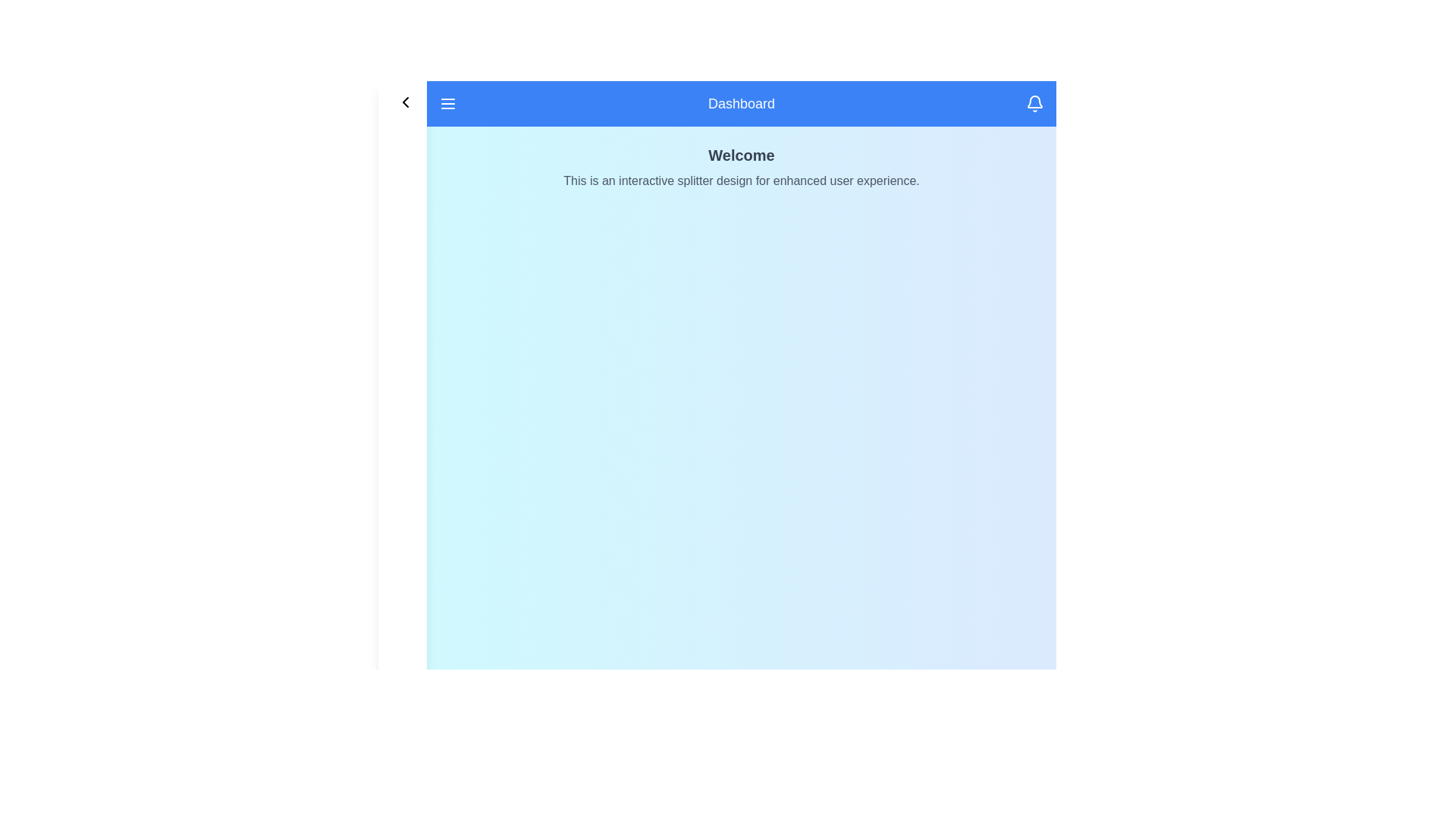 The height and width of the screenshot is (819, 1456). What do you see at coordinates (742, 103) in the screenshot?
I see `the top navigation bar with a blue background and 'Dashboard' text centered` at bounding box center [742, 103].